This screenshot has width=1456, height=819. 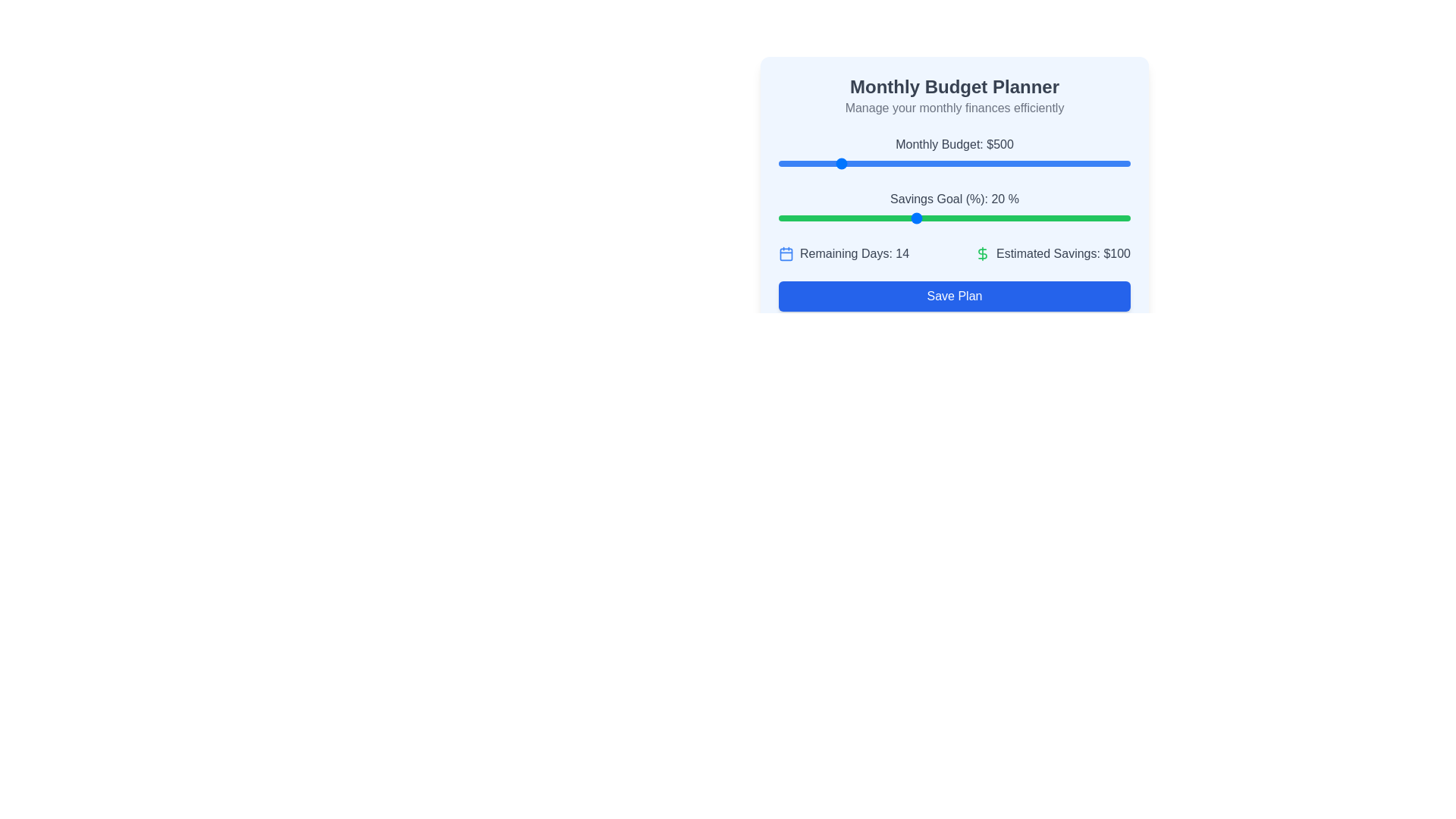 What do you see at coordinates (855, 253) in the screenshot?
I see `the text label displaying 'Remaining Days: 14', which is styled with gray color and positioned next to a small blue calendar icon` at bounding box center [855, 253].